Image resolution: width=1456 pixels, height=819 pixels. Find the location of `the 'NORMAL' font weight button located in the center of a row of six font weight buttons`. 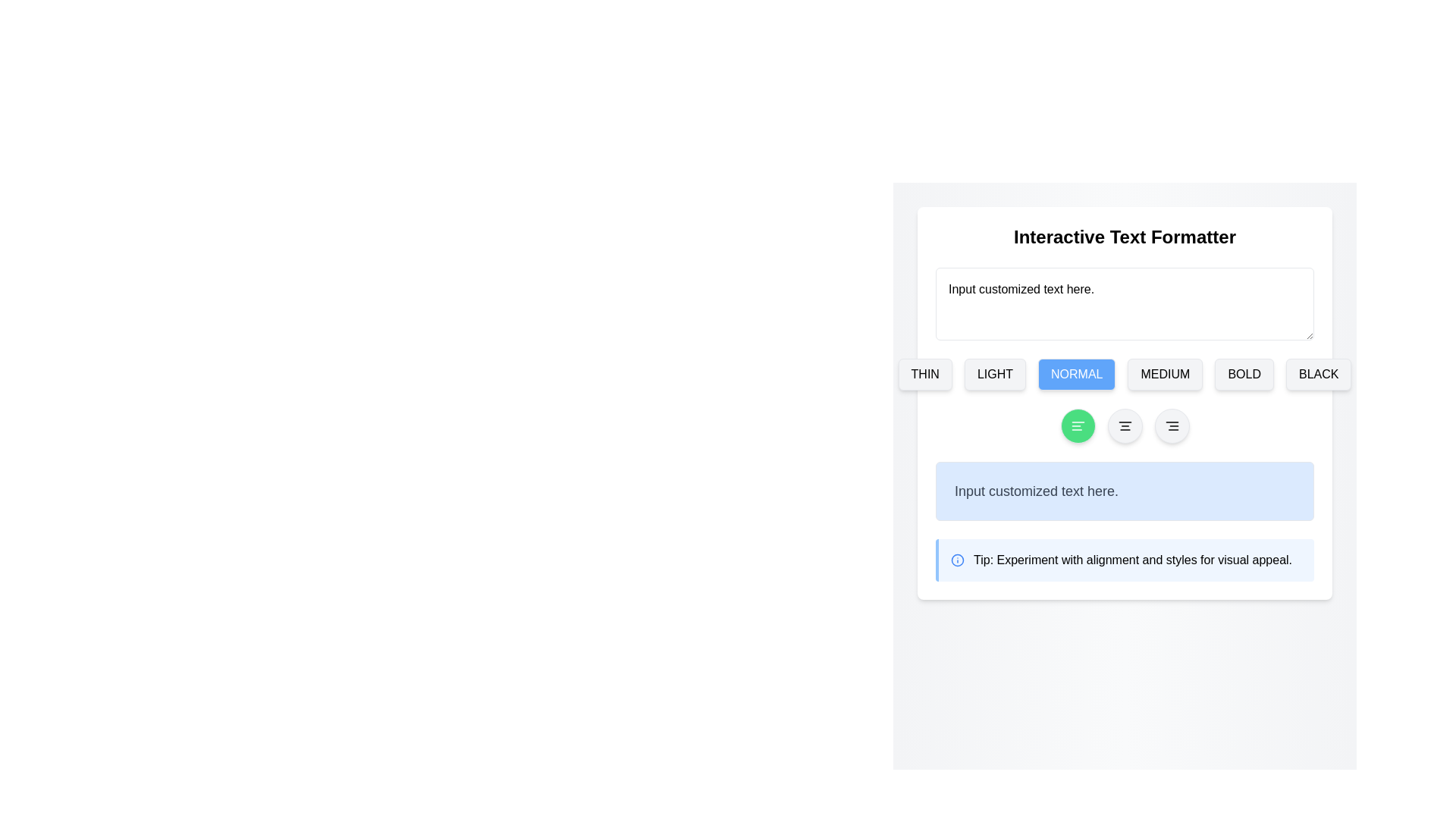

the 'NORMAL' font weight button located in the center of a row of six font weight buttons is located at coordinates (1125, 374).